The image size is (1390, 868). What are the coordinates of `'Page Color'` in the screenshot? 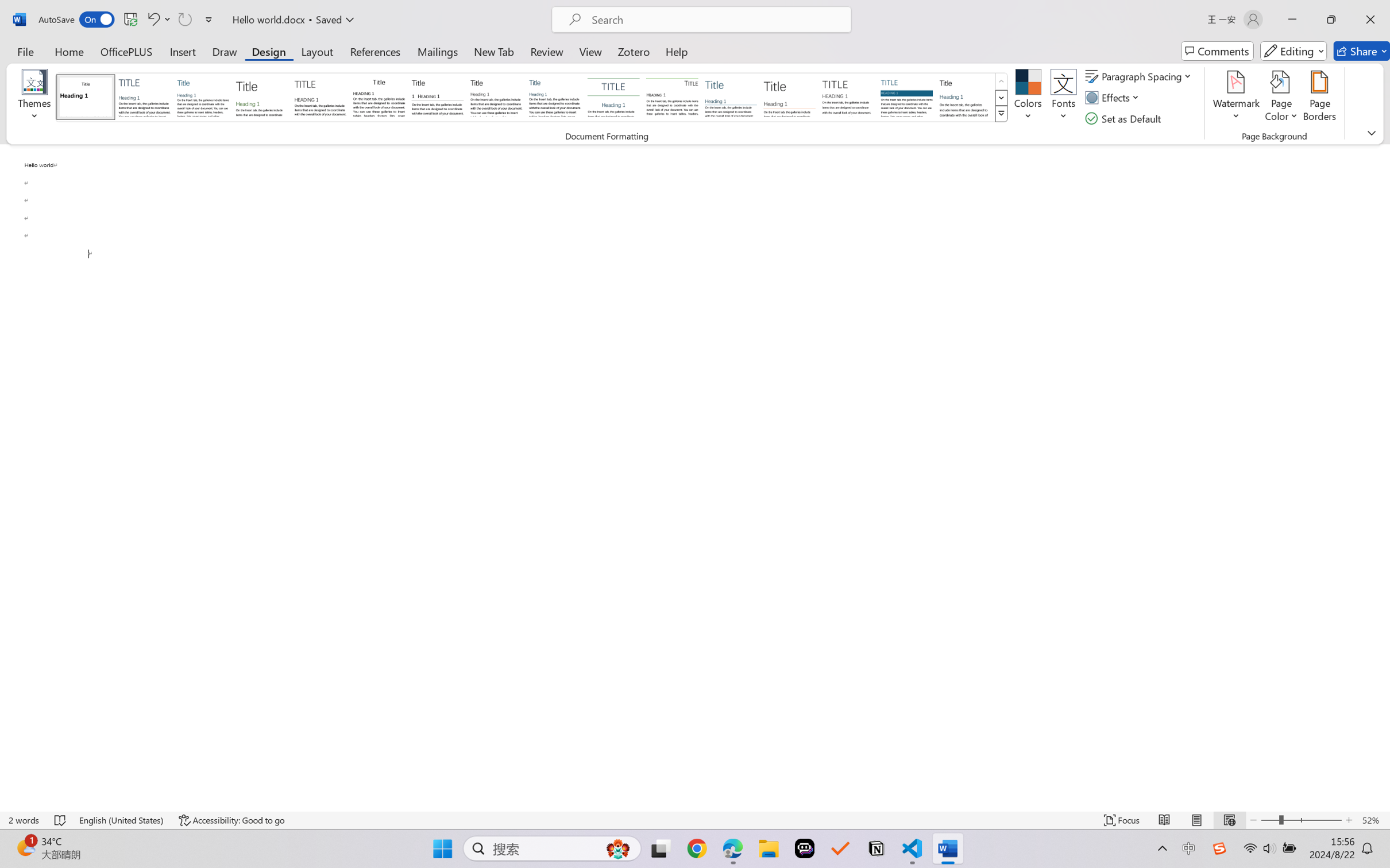 It's located at (1281, 98).